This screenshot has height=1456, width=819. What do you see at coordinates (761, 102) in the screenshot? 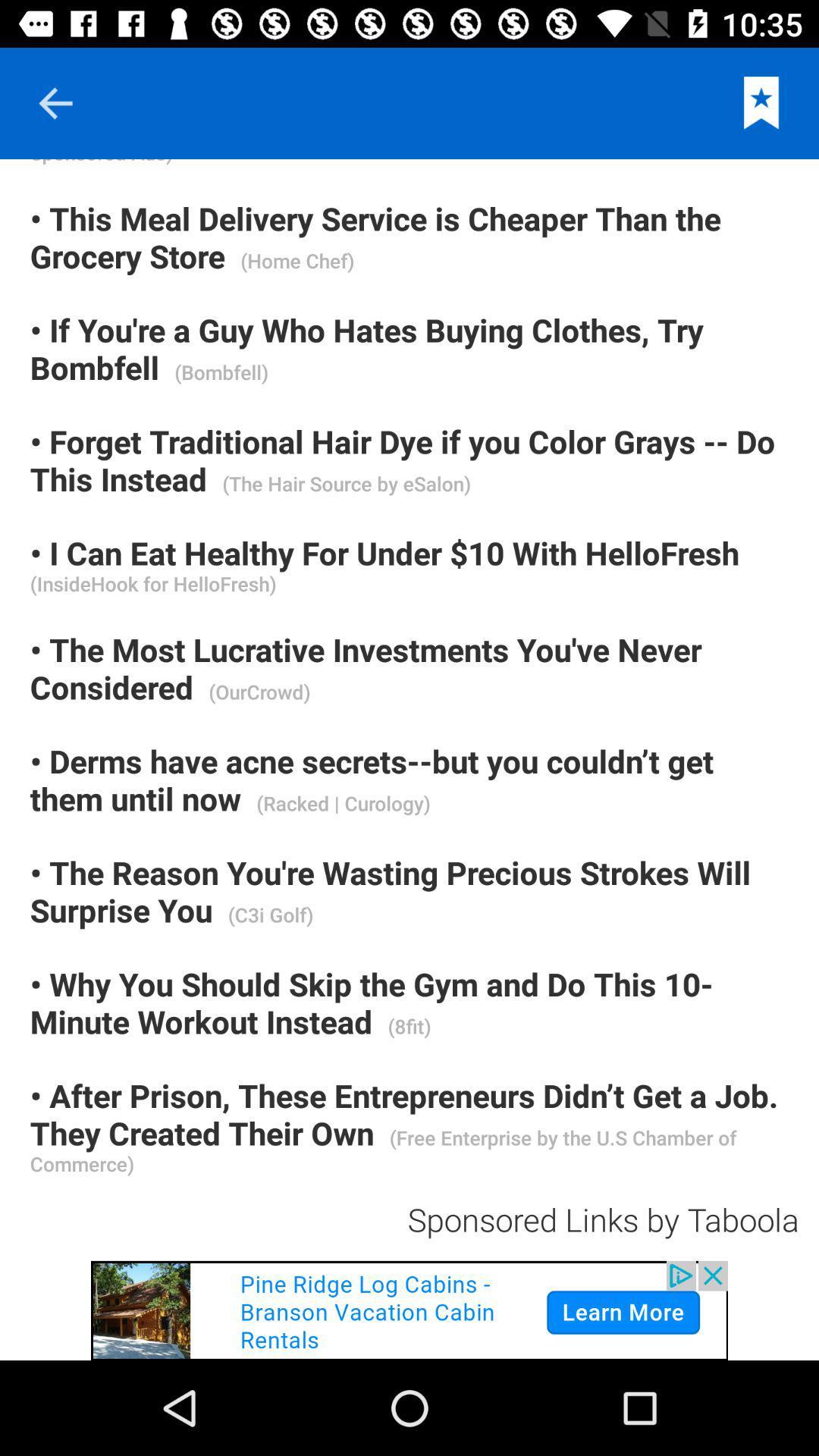
I see `open bookmarks` at bounding box center [761, 102].